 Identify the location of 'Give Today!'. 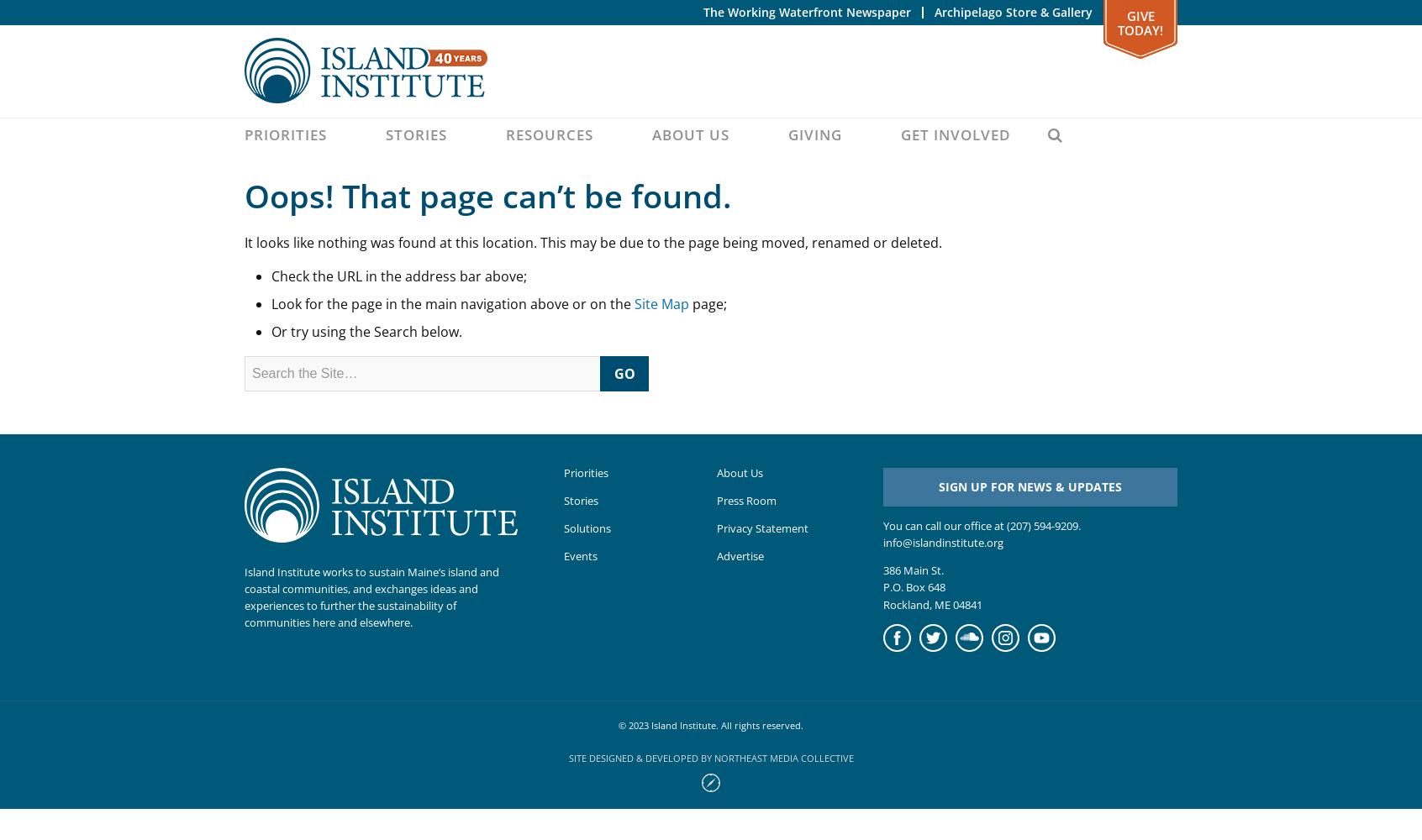
(1140, 23).